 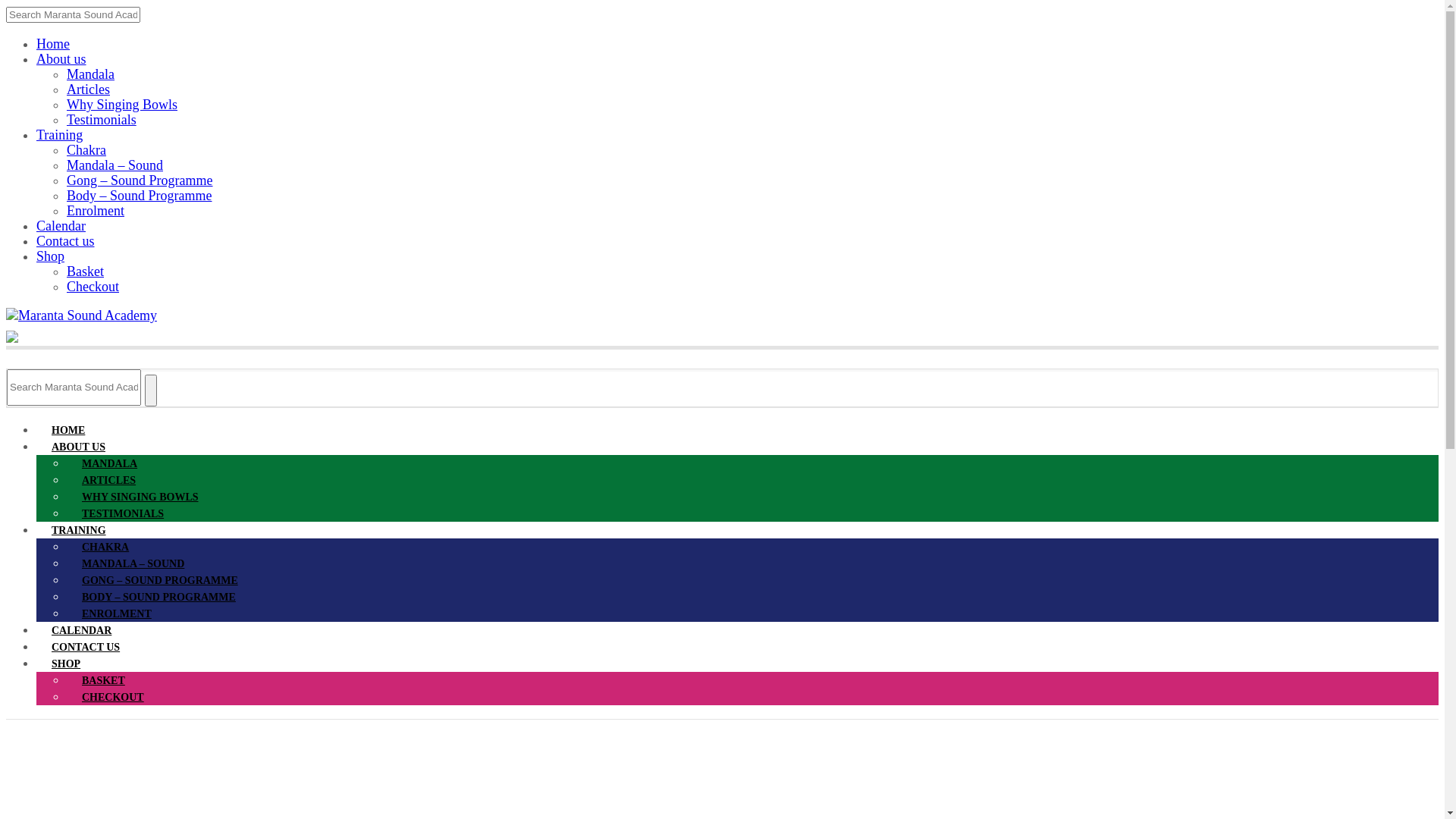 I want to click on 'CALENDAR', so click(x=80, y=630).